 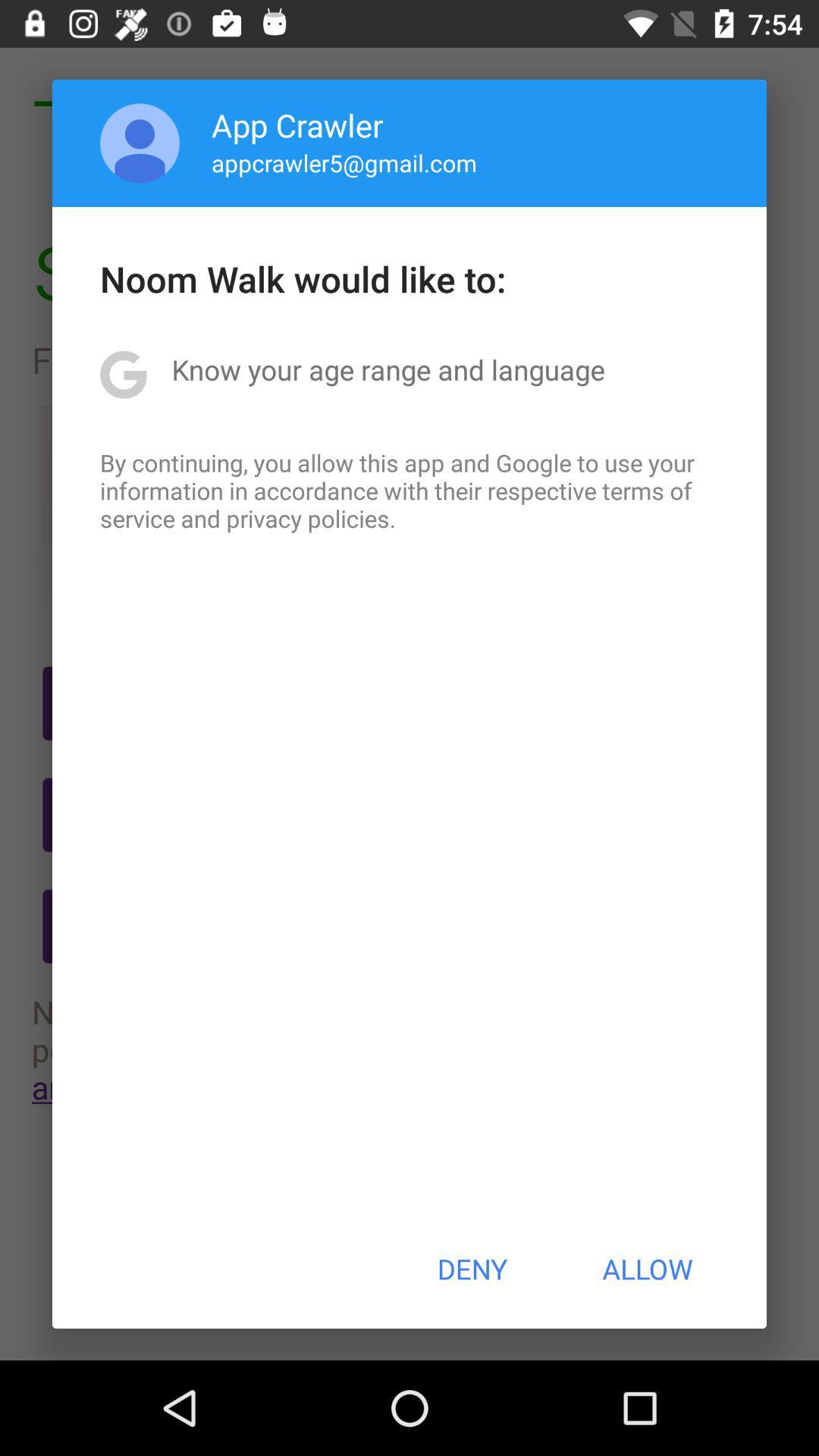 What do you see at coordinates (140, 143) in the screenshot?
I see `the icon to the left of the app crawler item` at bounding box center [140, 143].